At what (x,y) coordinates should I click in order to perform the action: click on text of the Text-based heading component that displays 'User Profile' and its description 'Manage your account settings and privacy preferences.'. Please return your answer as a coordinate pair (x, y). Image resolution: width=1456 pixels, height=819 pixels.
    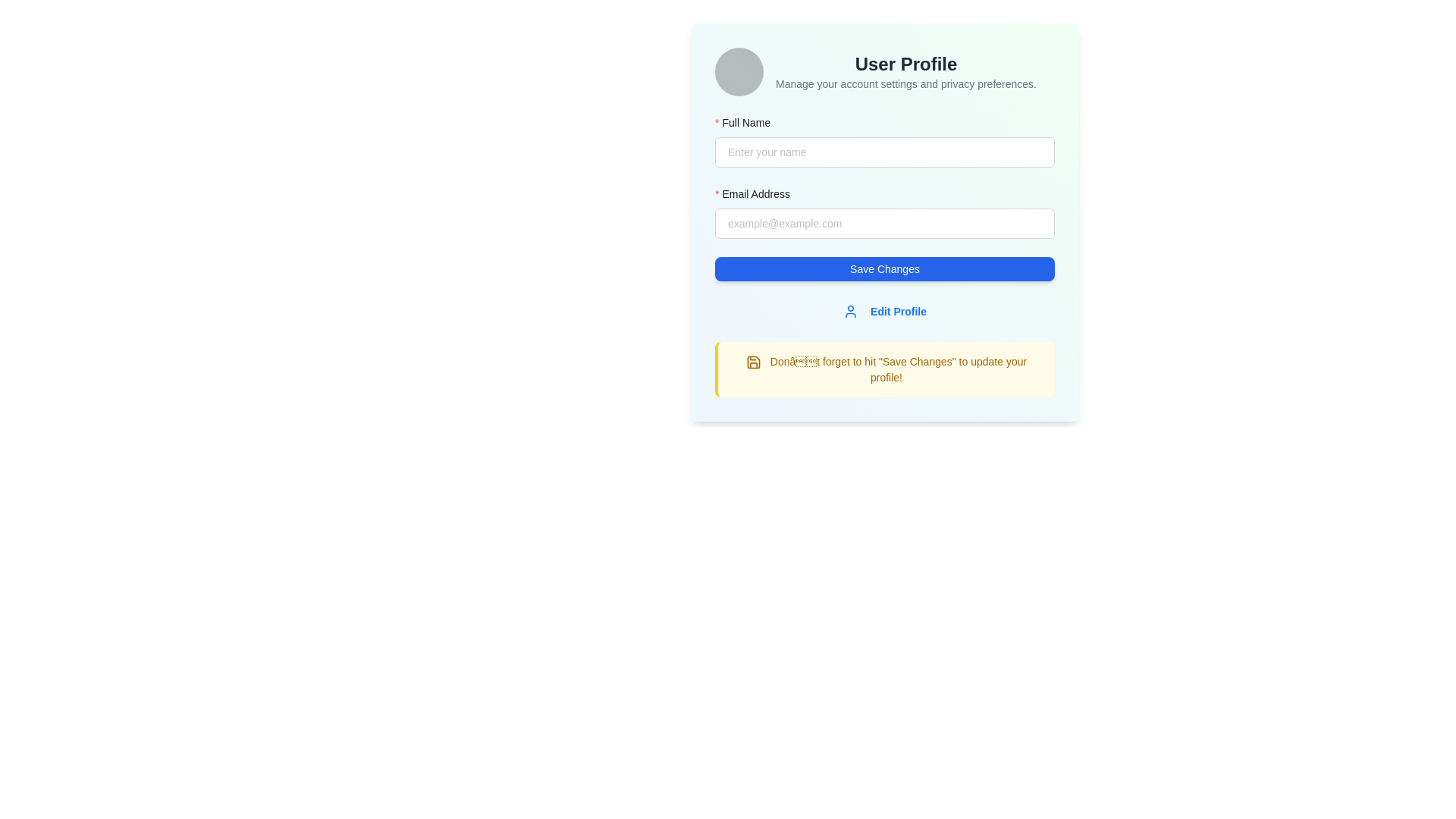
    Looking at the image, I should click on (906, 72).